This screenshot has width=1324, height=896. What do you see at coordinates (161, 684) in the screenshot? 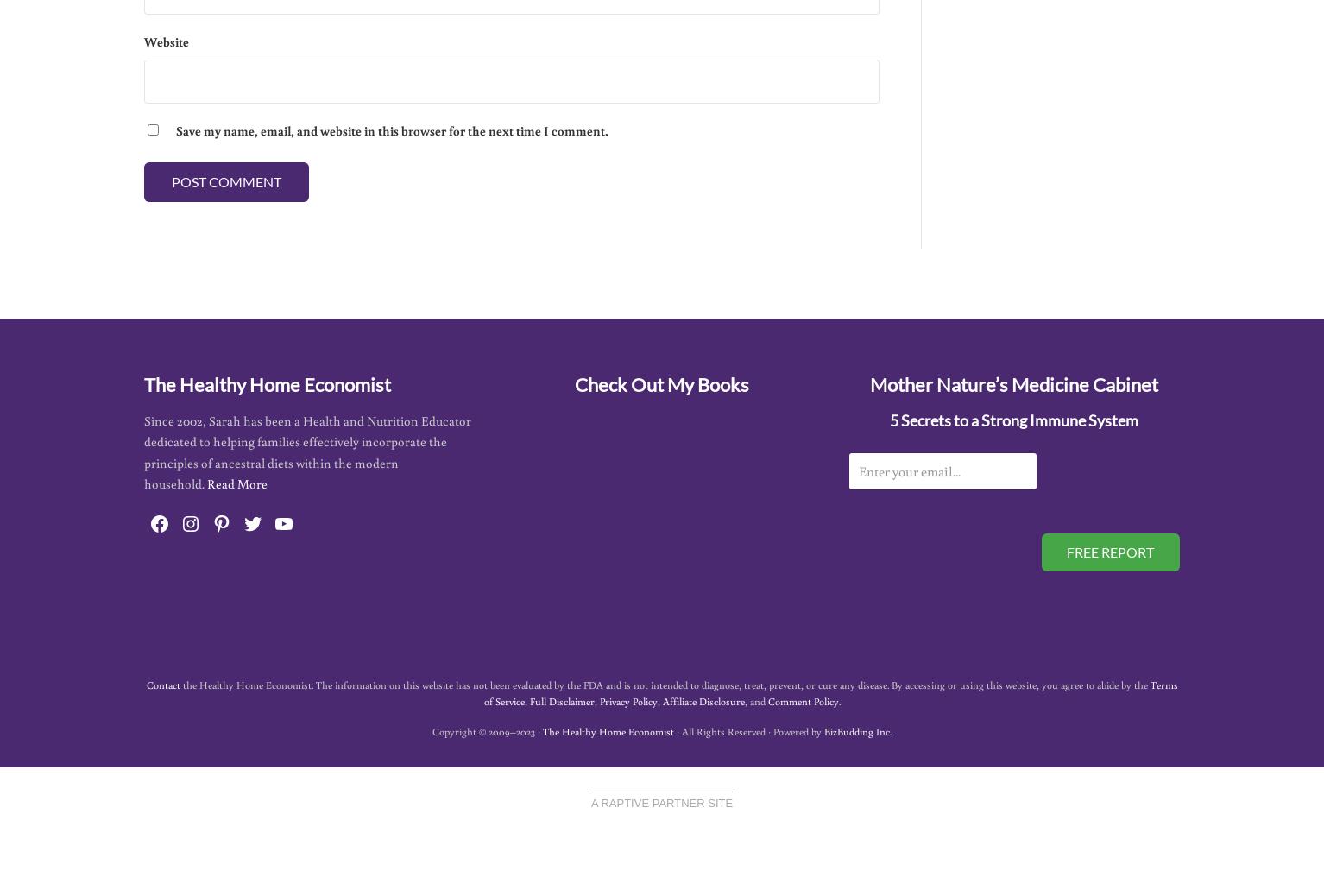
I see `'Contact'` at bounding box center [161, 684].